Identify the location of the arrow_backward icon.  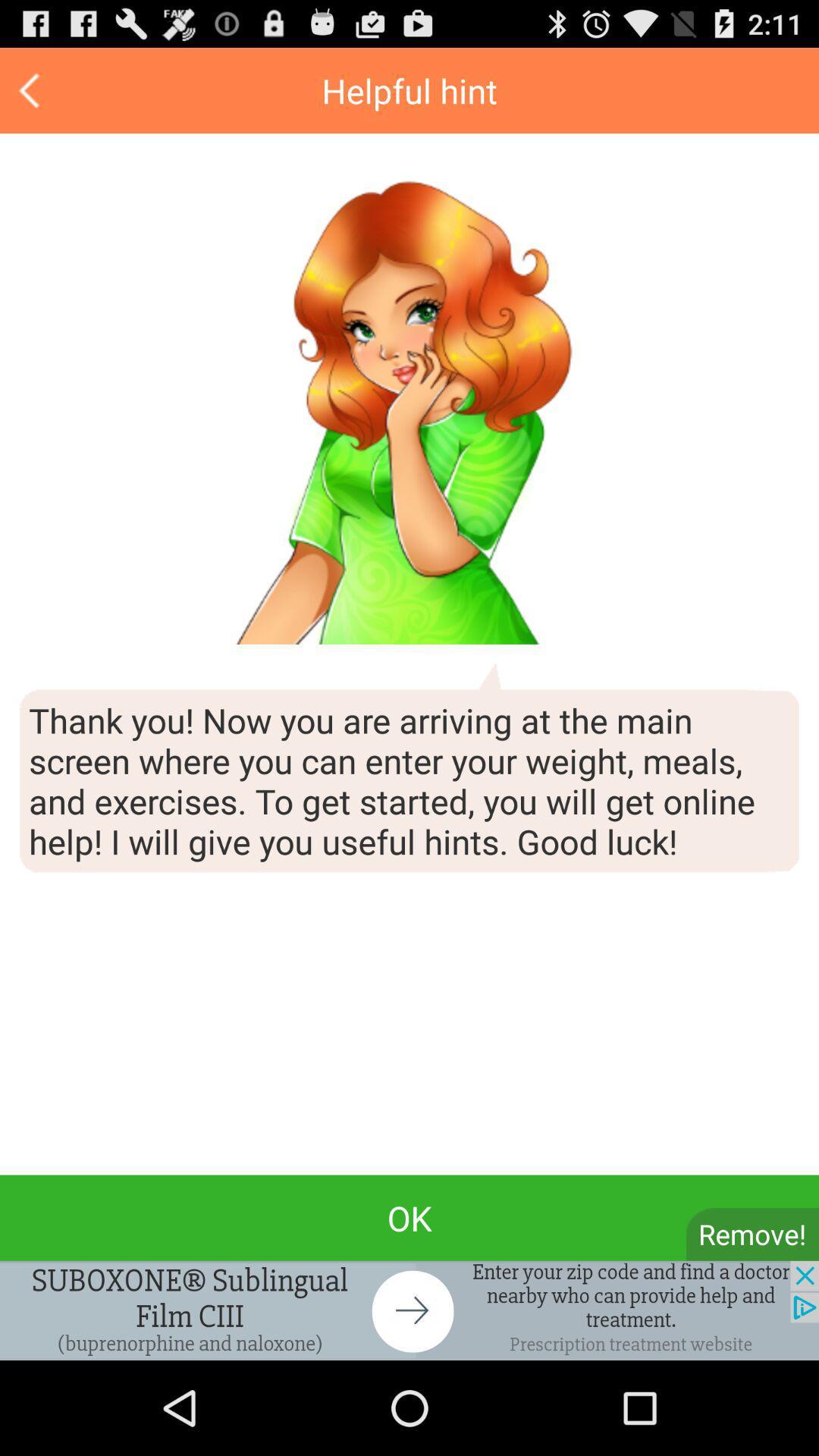
(31, 96).